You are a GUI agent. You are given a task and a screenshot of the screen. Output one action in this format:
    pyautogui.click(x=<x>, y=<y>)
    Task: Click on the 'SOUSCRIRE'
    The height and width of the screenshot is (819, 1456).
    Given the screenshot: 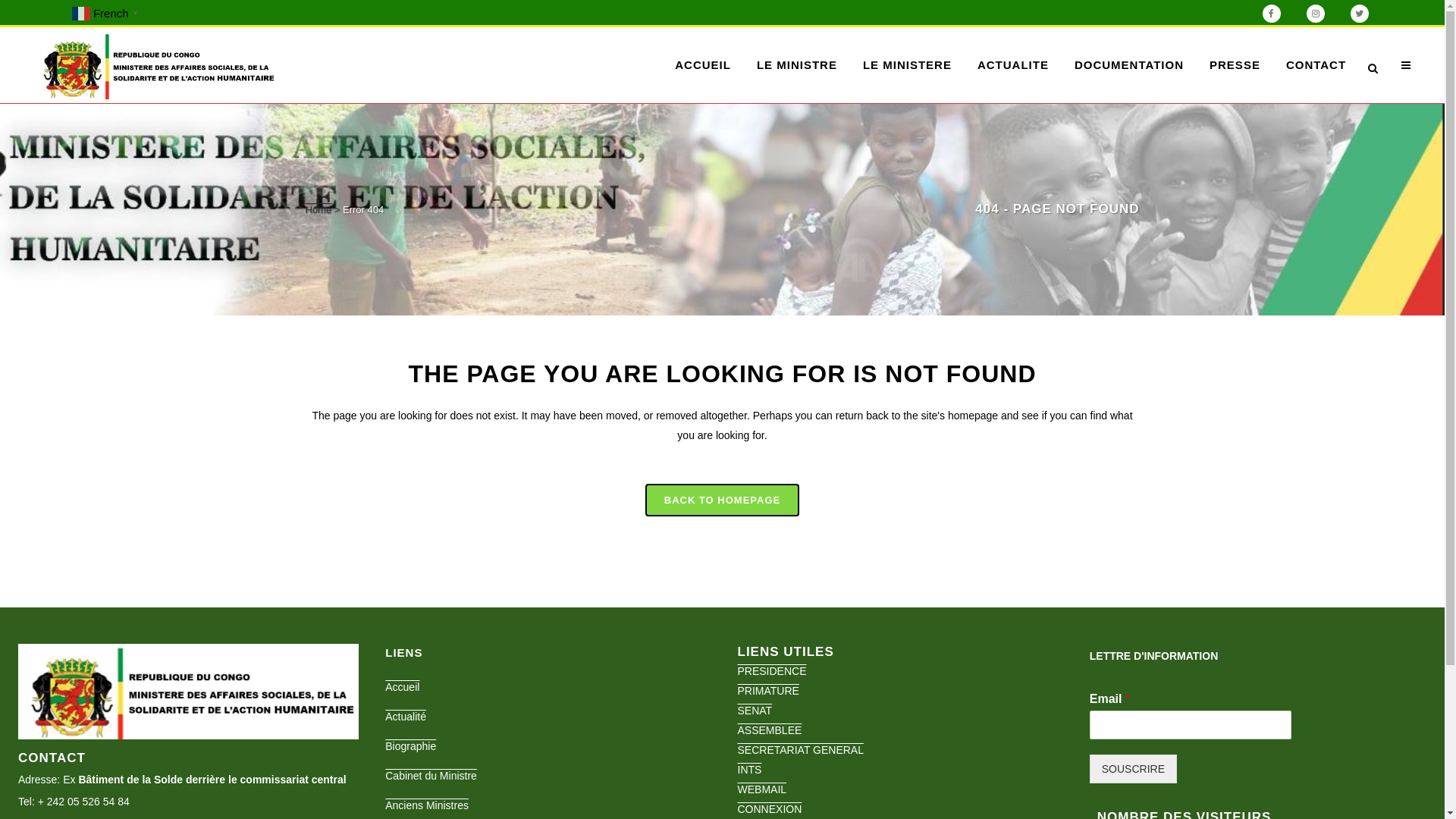 What is the action you would take?
    pyautogui.click(x=1133, y=769)
    